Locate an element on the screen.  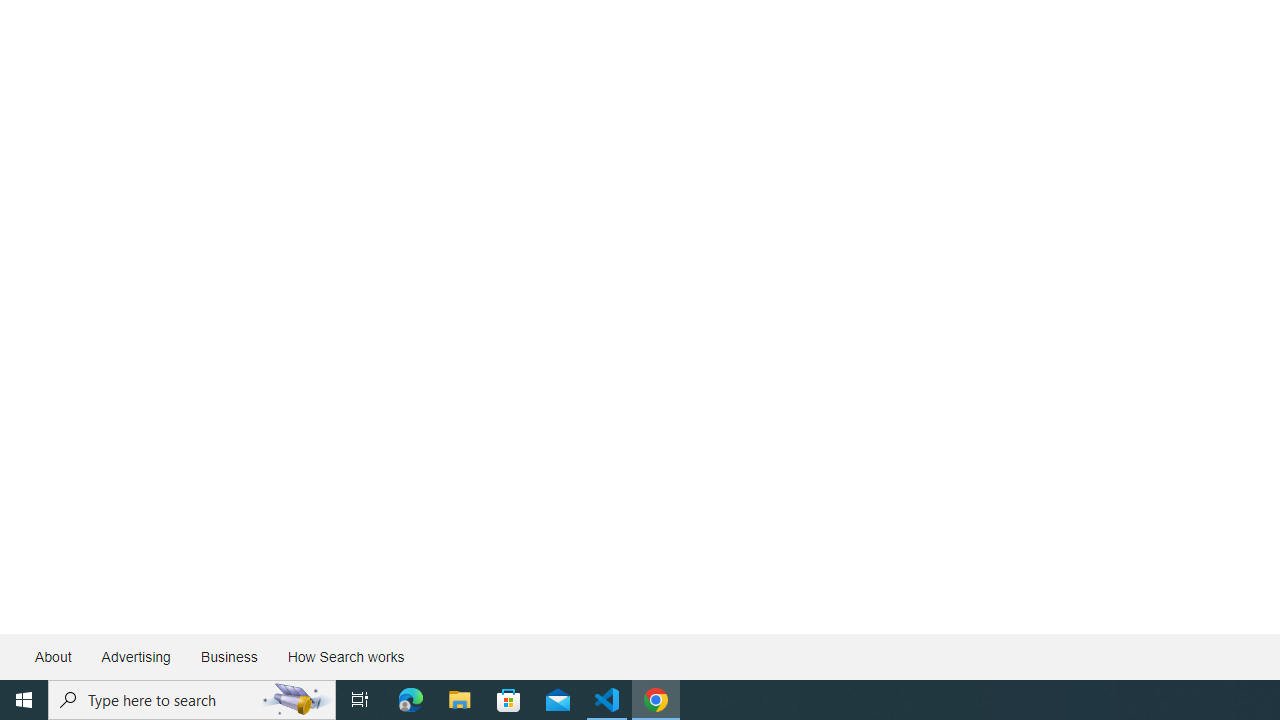
'Business' is located at coordinates (229, 657).